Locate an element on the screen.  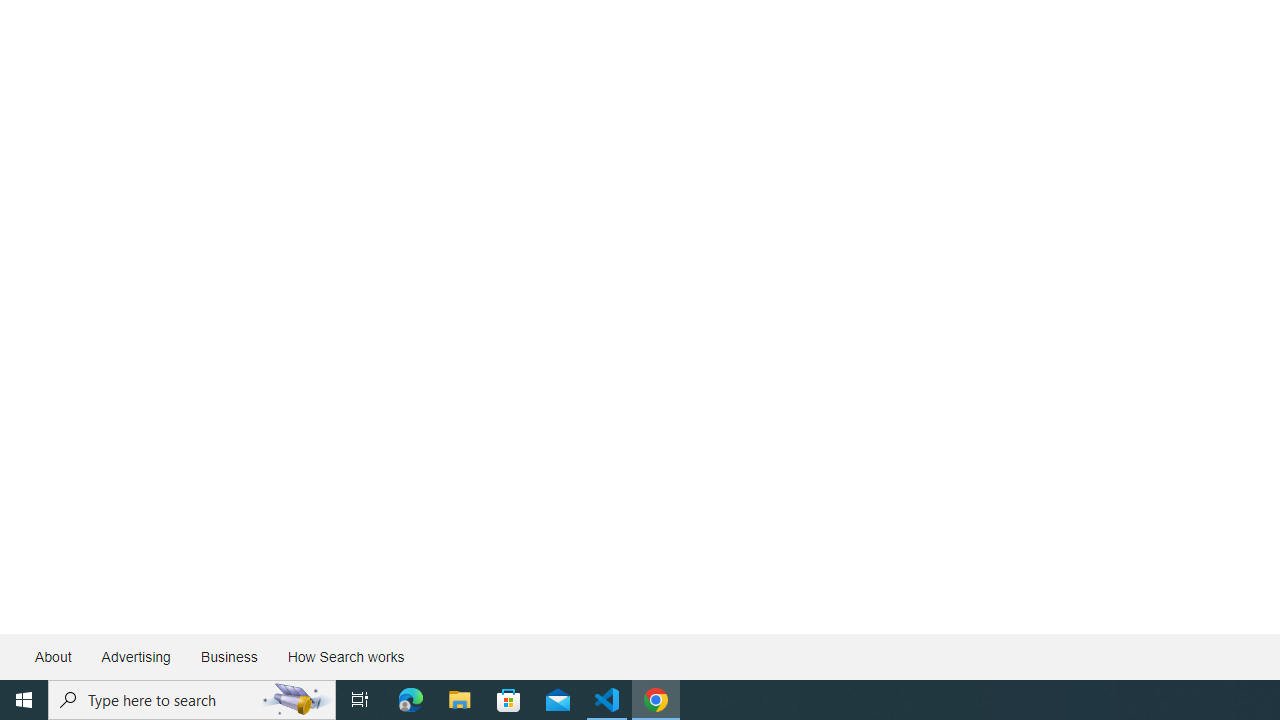
'Business' is located at coordinates (229, 657).